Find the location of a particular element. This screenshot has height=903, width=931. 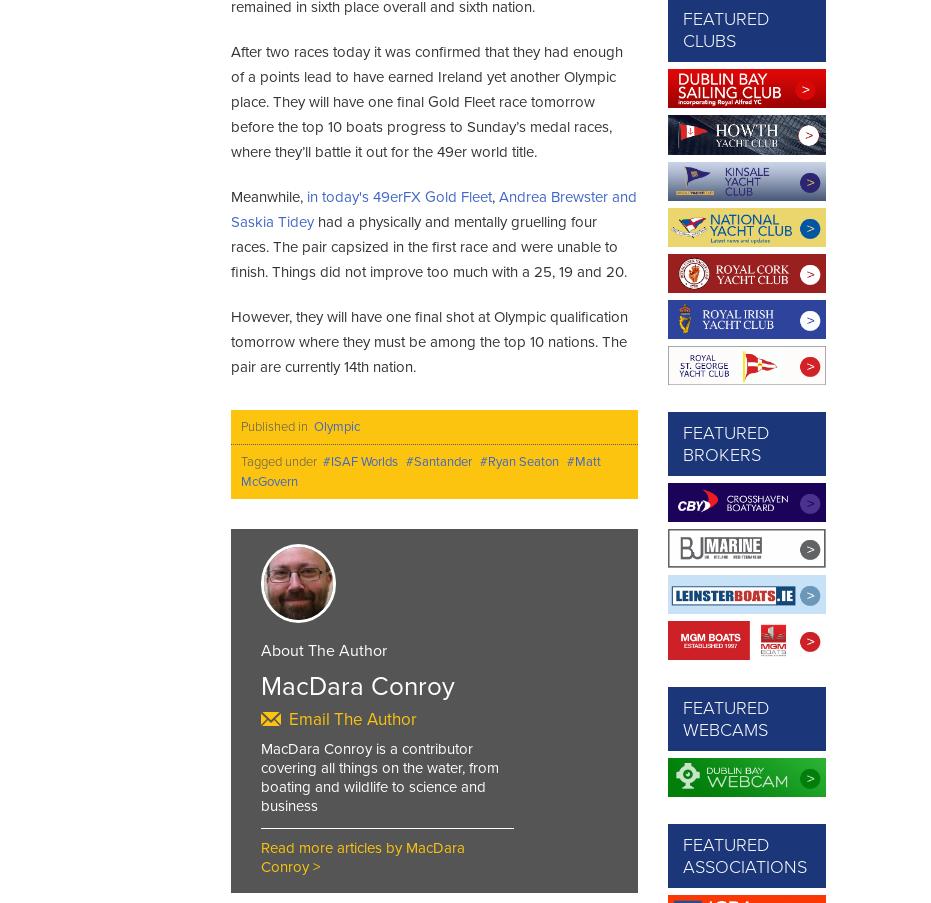

'Featured Brokers' is located at coordinates (681, 442).